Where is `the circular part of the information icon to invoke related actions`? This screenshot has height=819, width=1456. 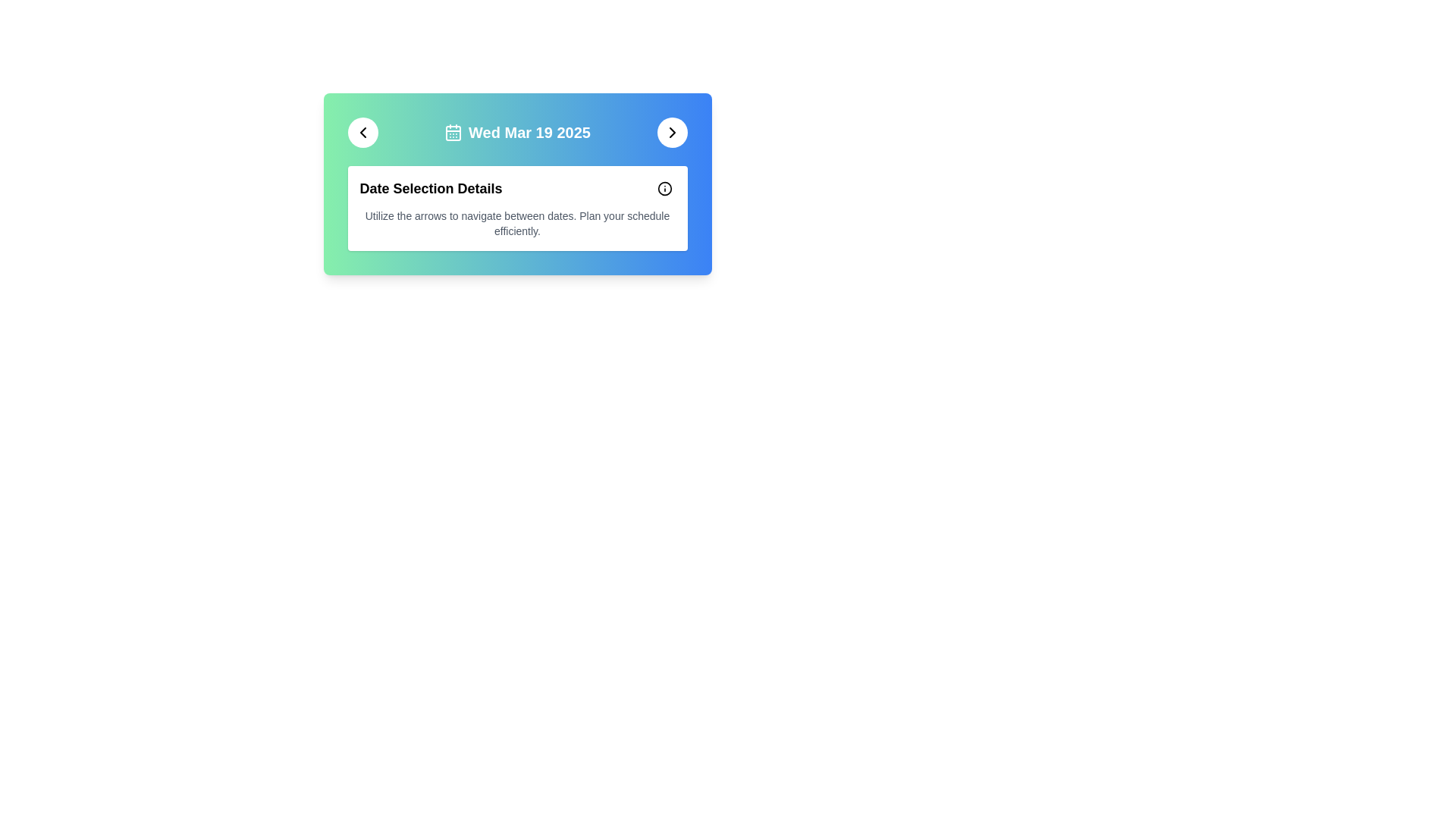
the circular part of the information icon to invoke related actions is located at coordinates (664, 188).